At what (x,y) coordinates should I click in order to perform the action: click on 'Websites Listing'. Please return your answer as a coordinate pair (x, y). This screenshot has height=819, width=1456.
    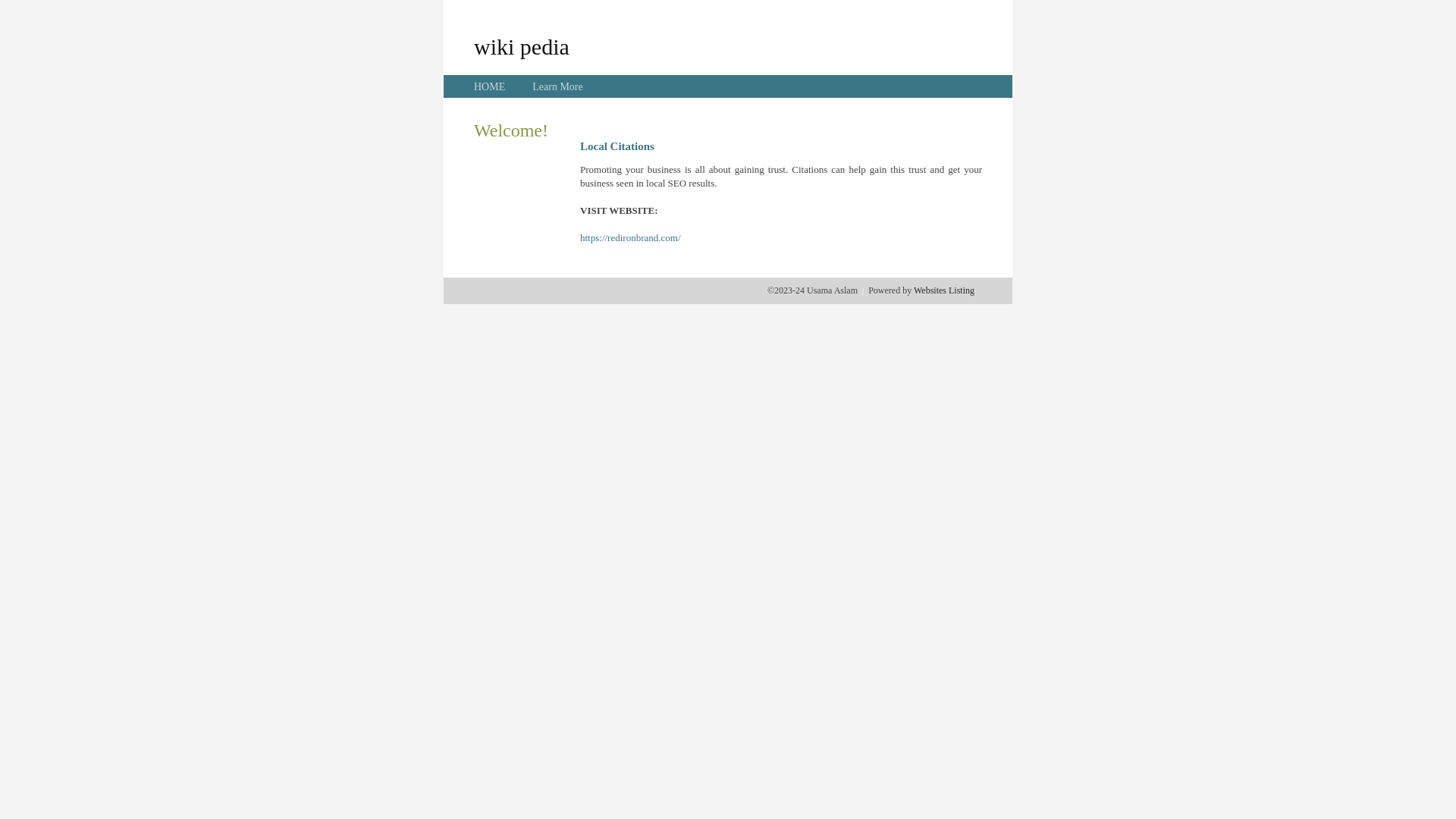
    Looking at the image, I should click on (943, 290).